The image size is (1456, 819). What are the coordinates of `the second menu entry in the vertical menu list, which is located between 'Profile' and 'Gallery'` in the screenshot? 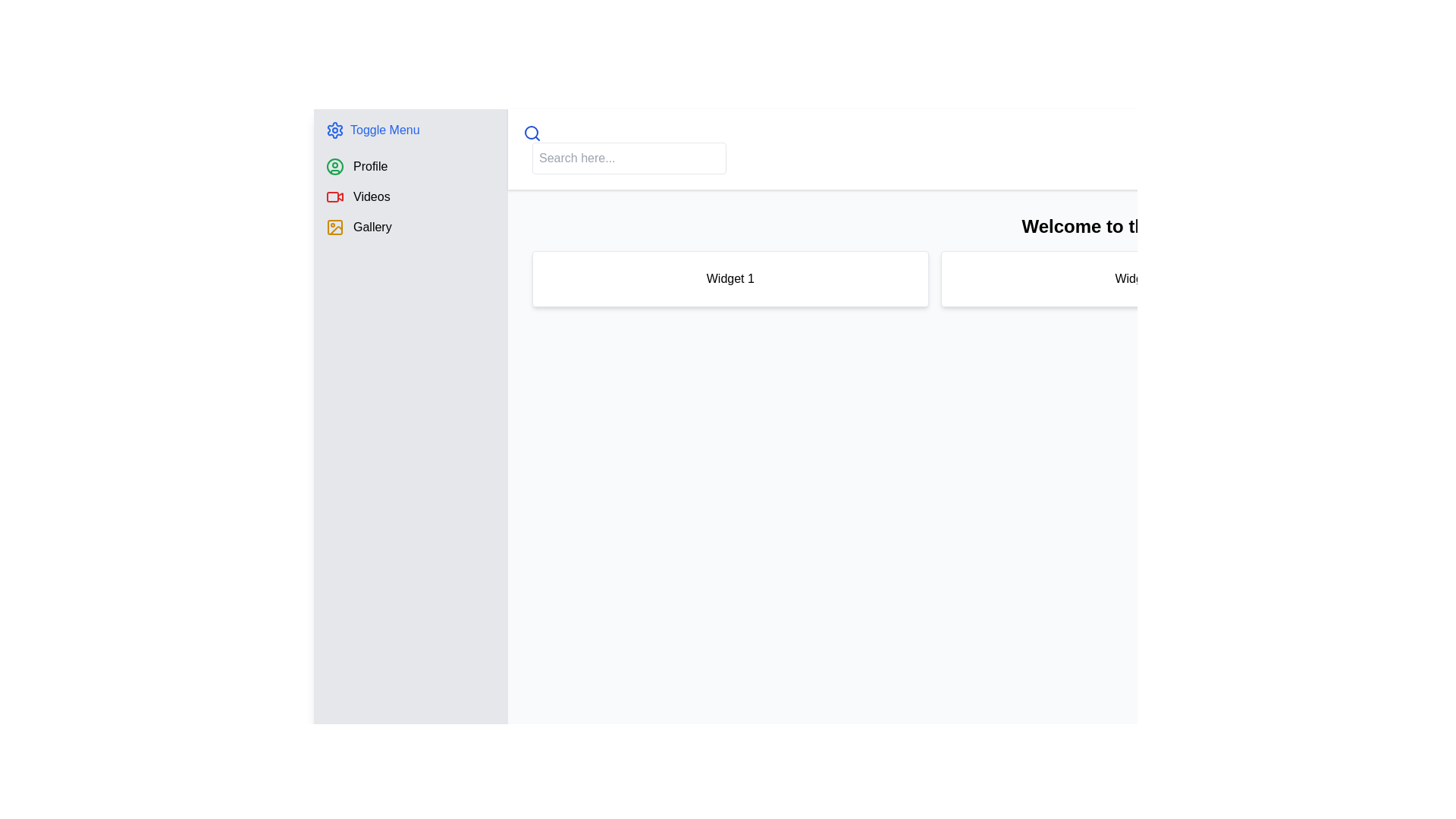 It's located at (411, 196).